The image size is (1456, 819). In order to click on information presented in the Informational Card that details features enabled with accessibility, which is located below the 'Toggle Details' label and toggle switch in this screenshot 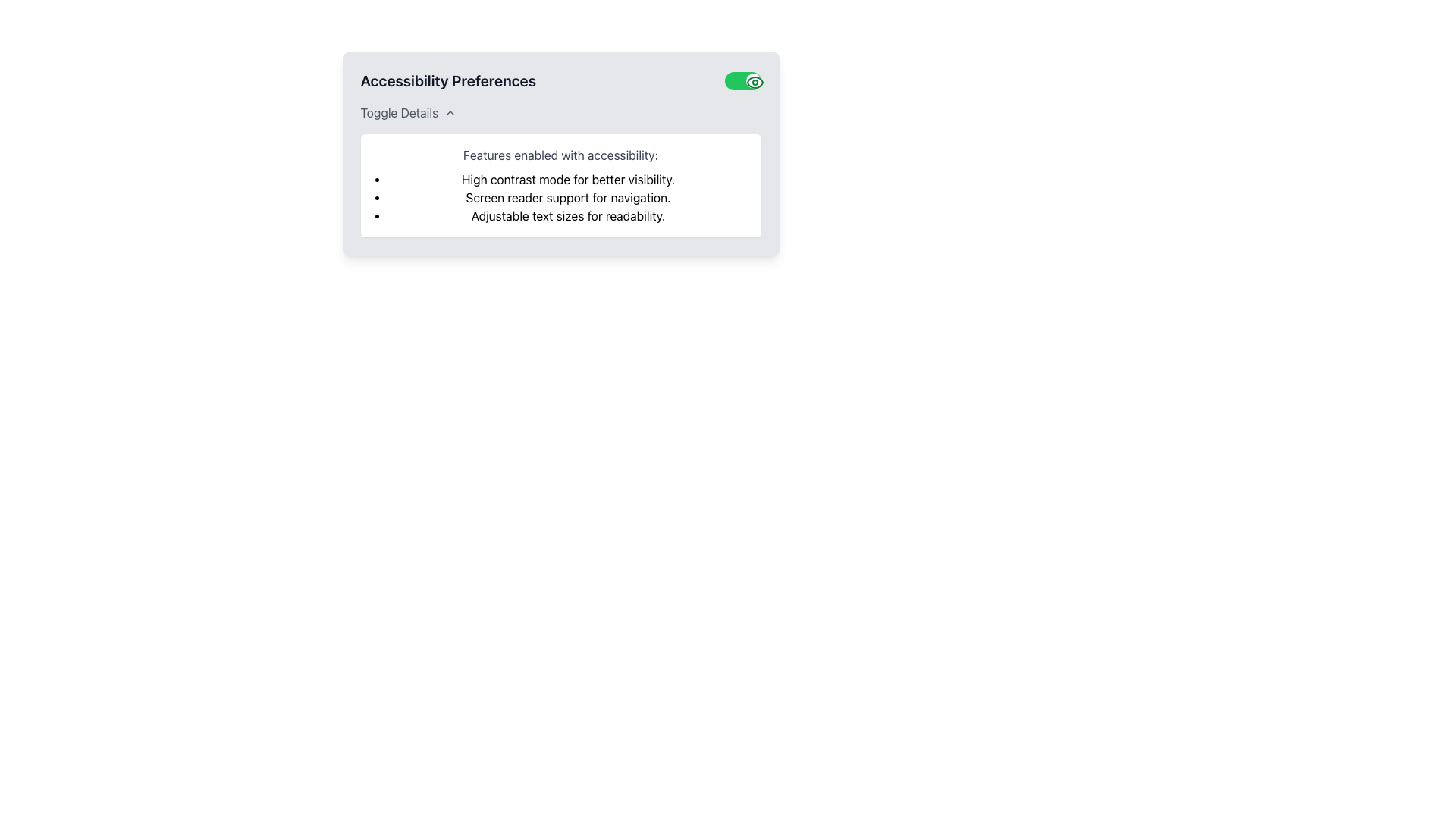, I will do `click(560, 185)`.